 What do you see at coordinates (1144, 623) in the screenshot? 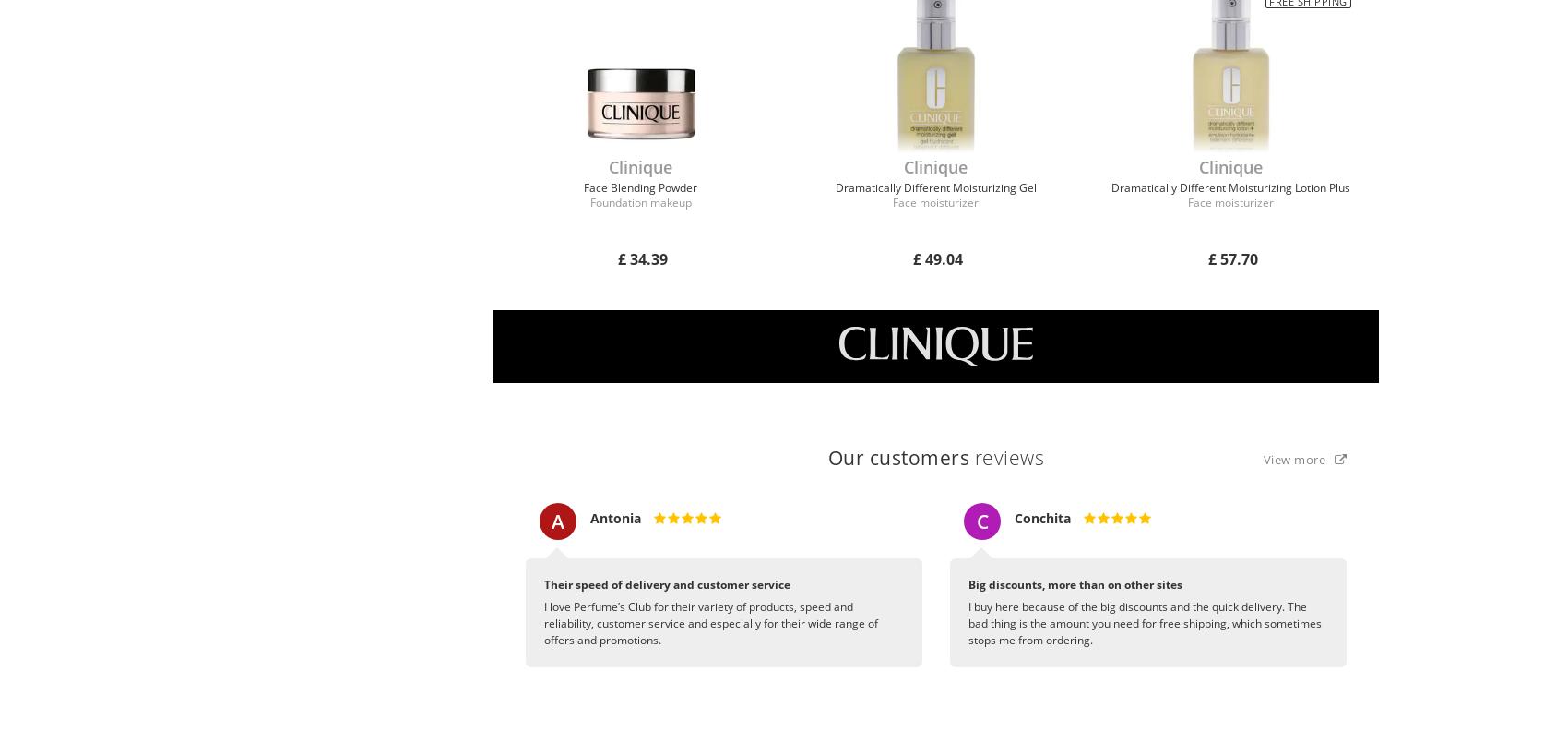
I see `'I buy here because of the big discounts and the quick delivery. The bad thing is the amount you need for free shipping, which sometimes stops me from ordering.'` at bounding box center [1144, 623].